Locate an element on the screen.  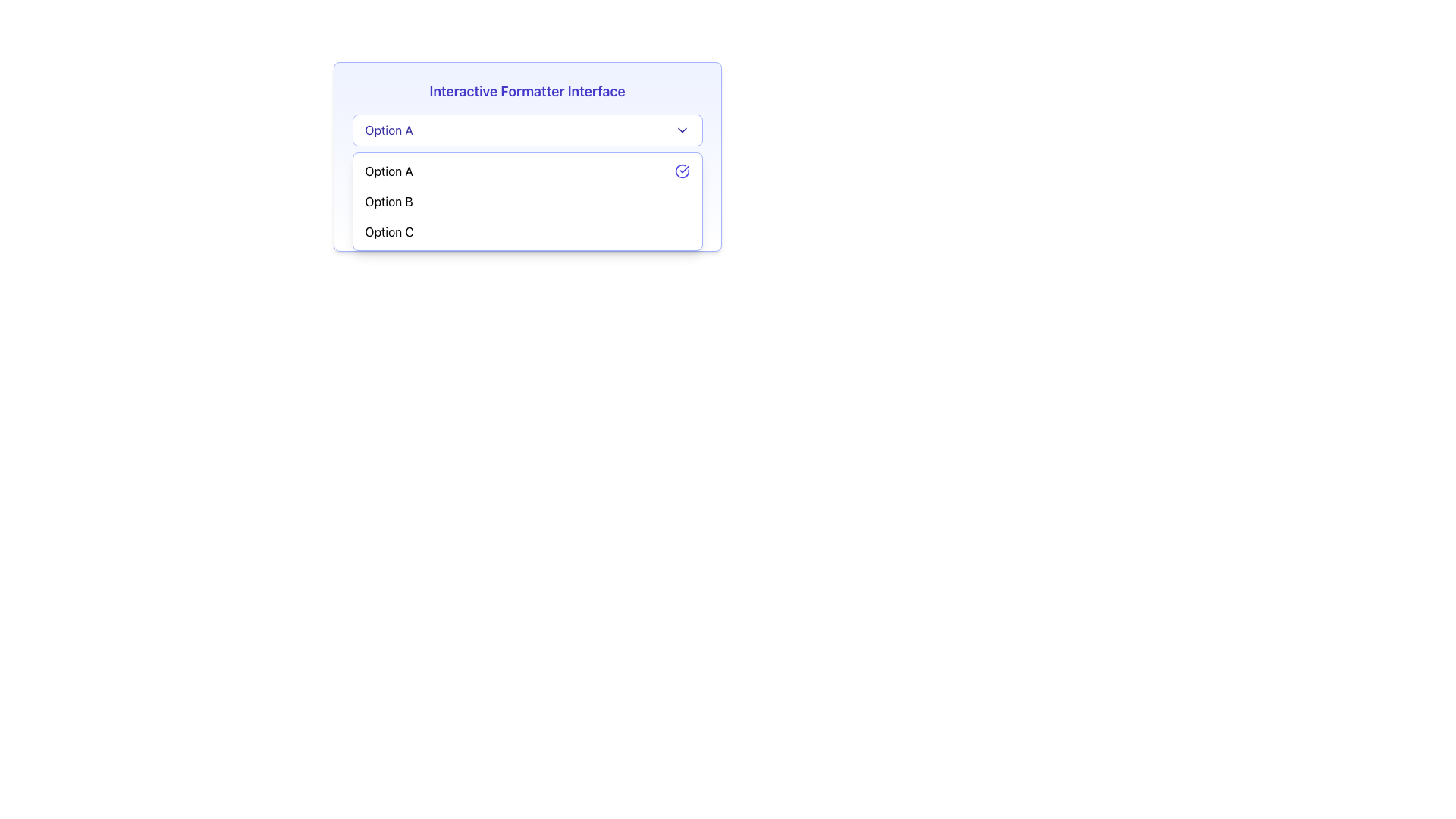
the dropdown menu option labeled 'Option A' is located at coordinates (389, 171).